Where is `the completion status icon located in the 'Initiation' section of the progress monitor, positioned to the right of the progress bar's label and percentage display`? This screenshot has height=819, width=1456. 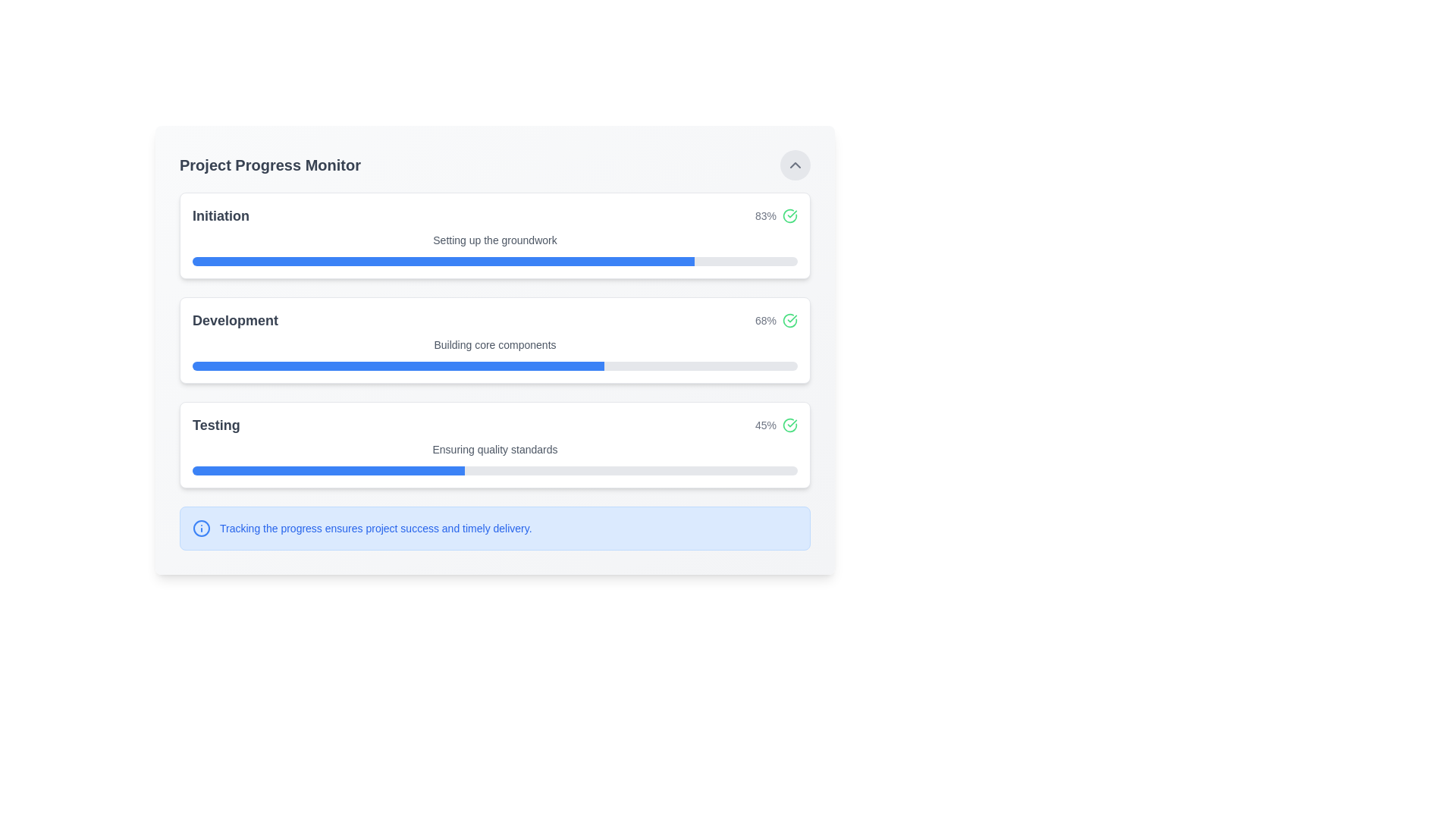
the completion status icon located in the 'Initiation' section of the progress monitor, positioned to the right of the progress bar's label and percentage display is located at coordinates (789, 216).